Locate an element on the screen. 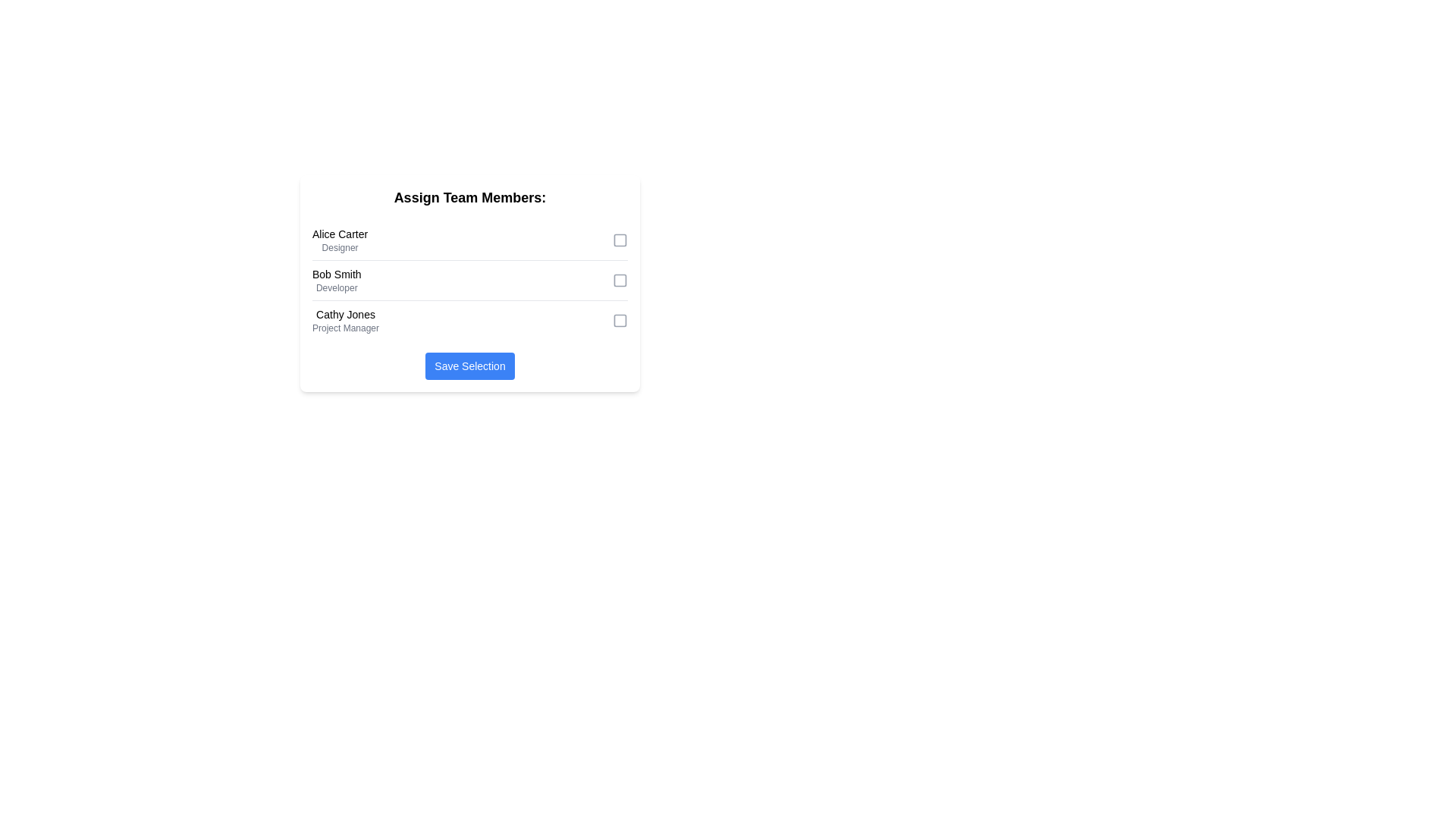 This screenshot has width=1456, height=819. the checkbox-like UI element for Alice Carter, the Designer, located is located at coordinates (620, 239).